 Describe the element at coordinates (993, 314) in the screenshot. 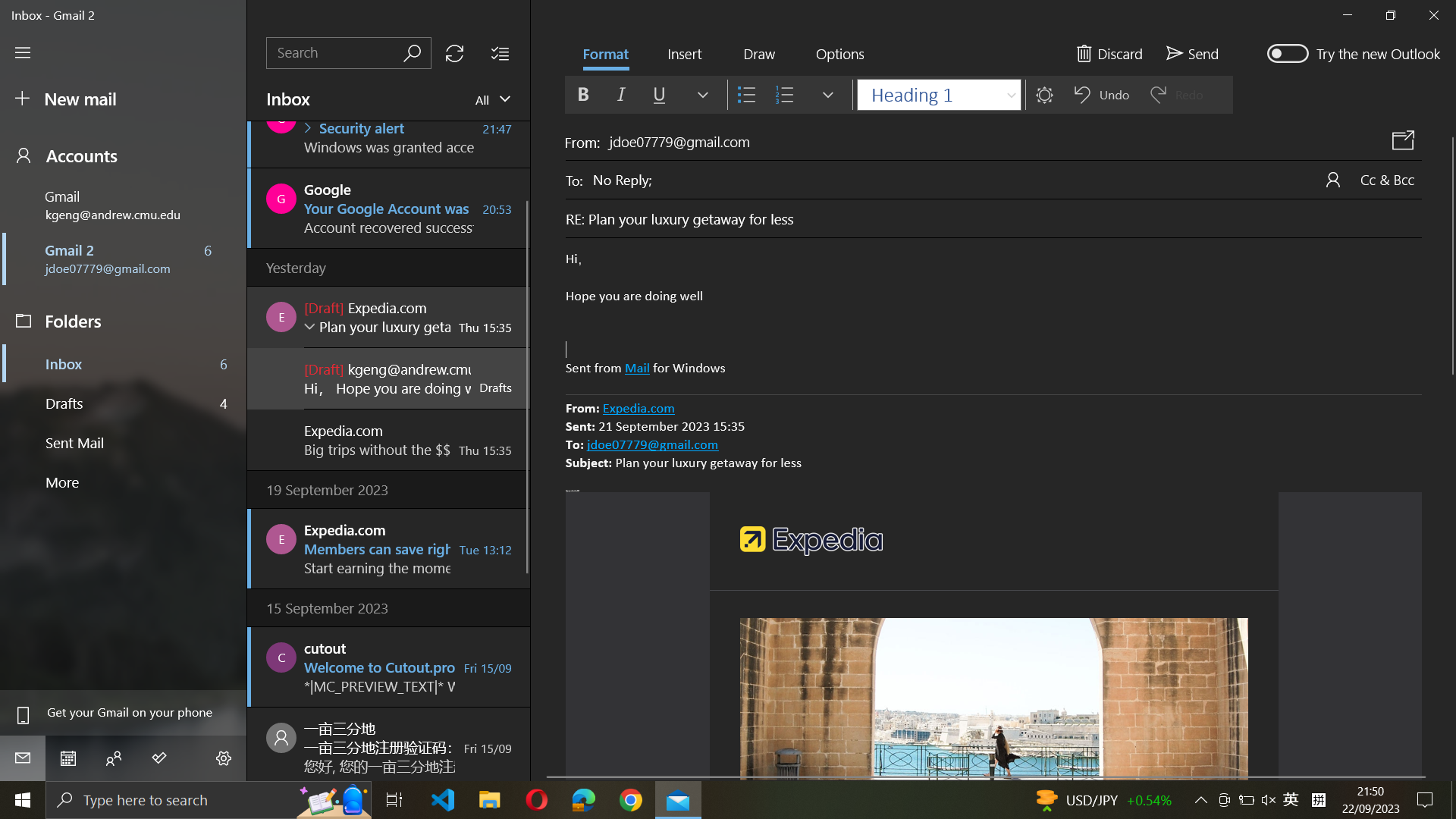

I see `underline formatting to the whole text in a mail` at that location.